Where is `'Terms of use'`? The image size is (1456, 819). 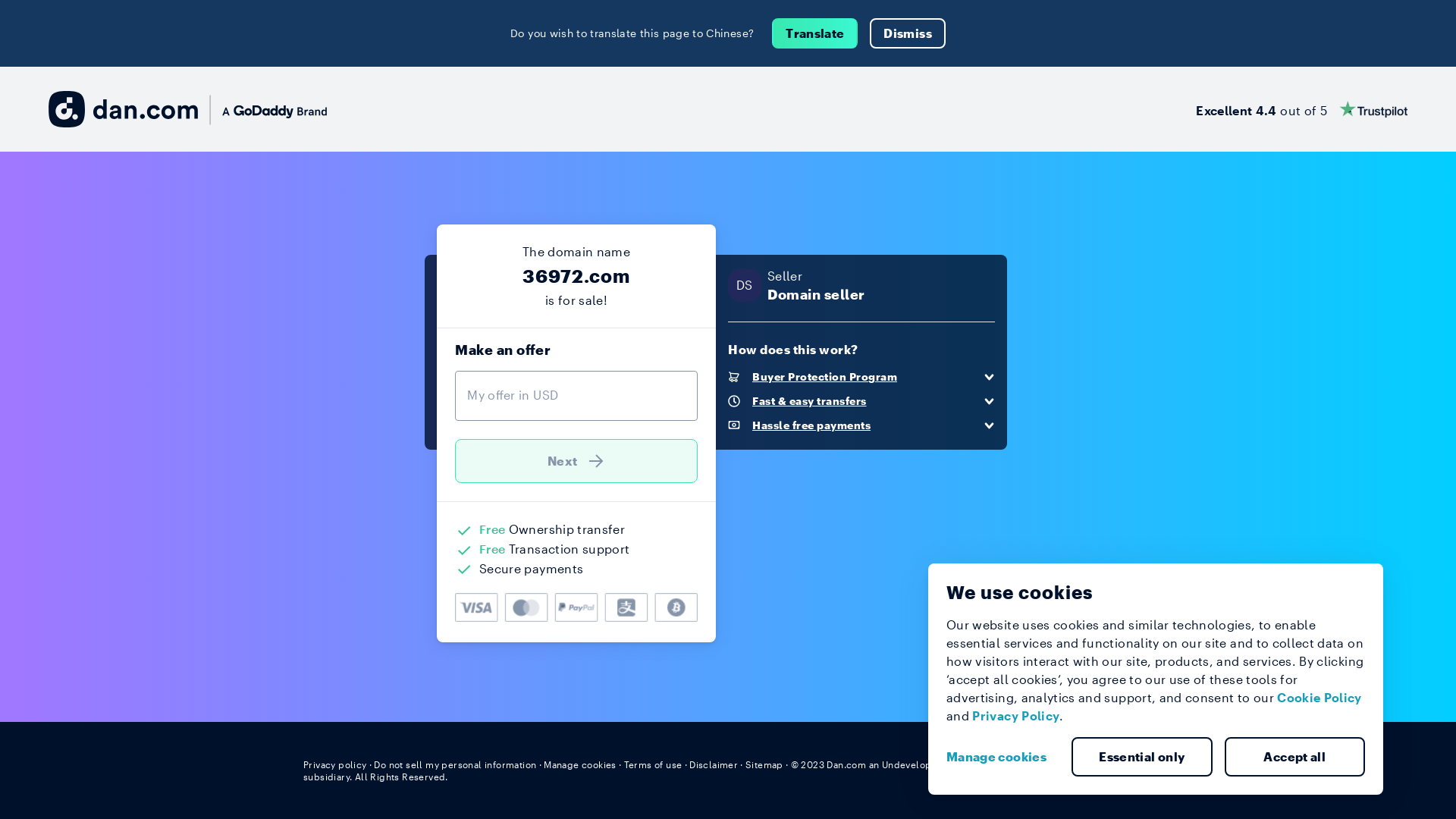
'Terms of use' is located at coordinates (623, 764).